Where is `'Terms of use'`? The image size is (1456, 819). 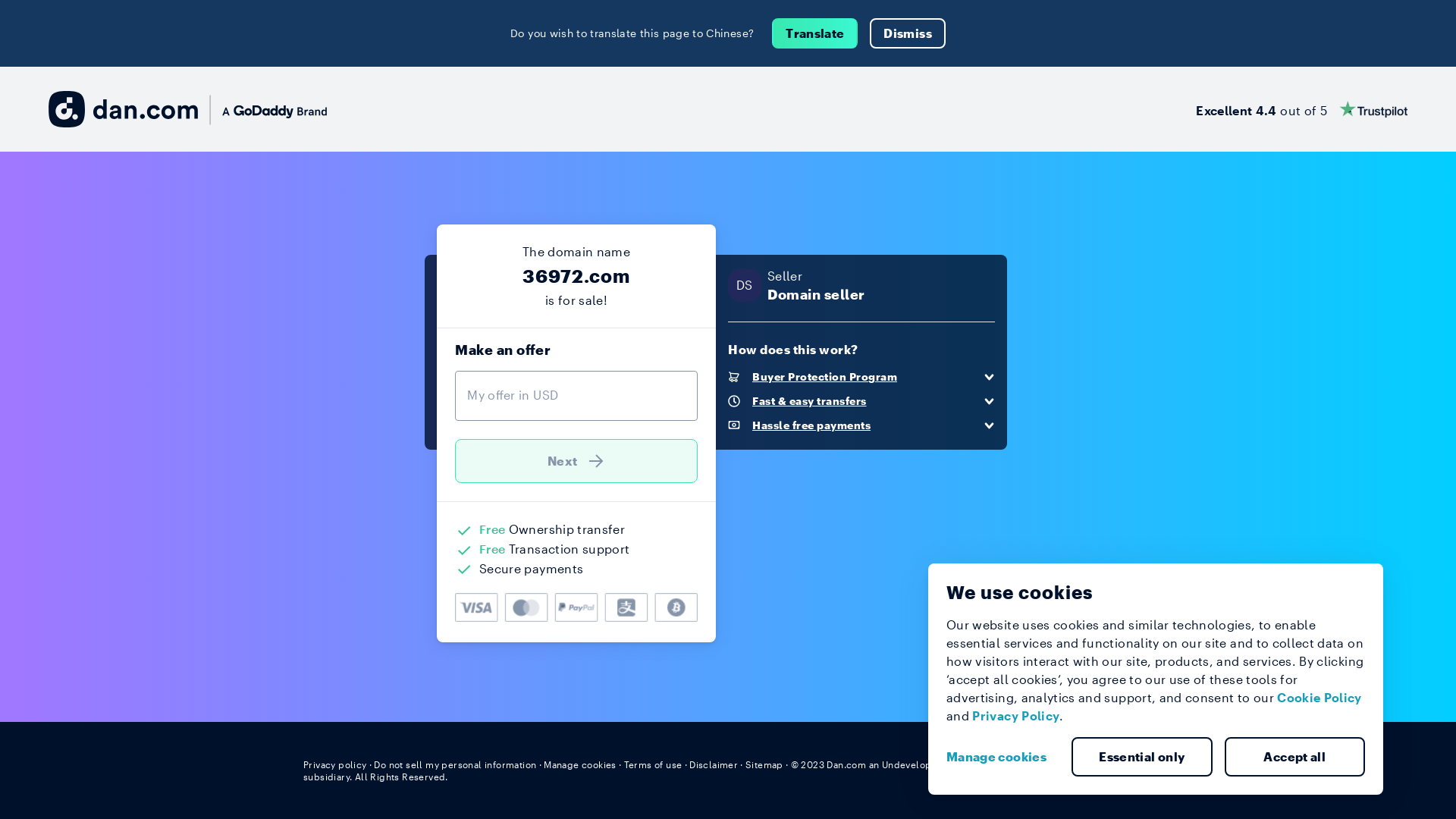
'Terms of use' is located at coordinates (623, 764).